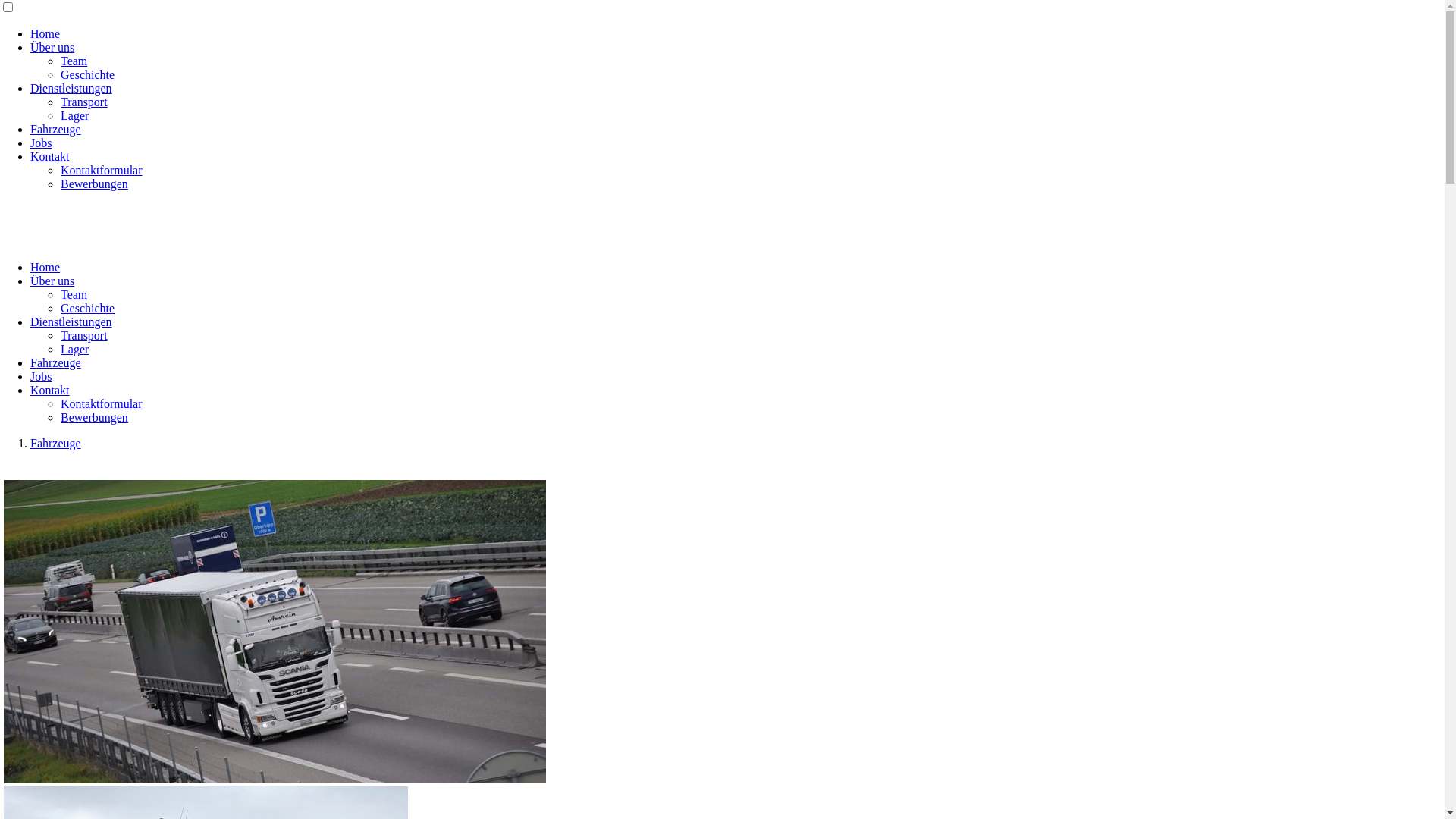  I want to click on 'Kontakt', so click(50, 389).